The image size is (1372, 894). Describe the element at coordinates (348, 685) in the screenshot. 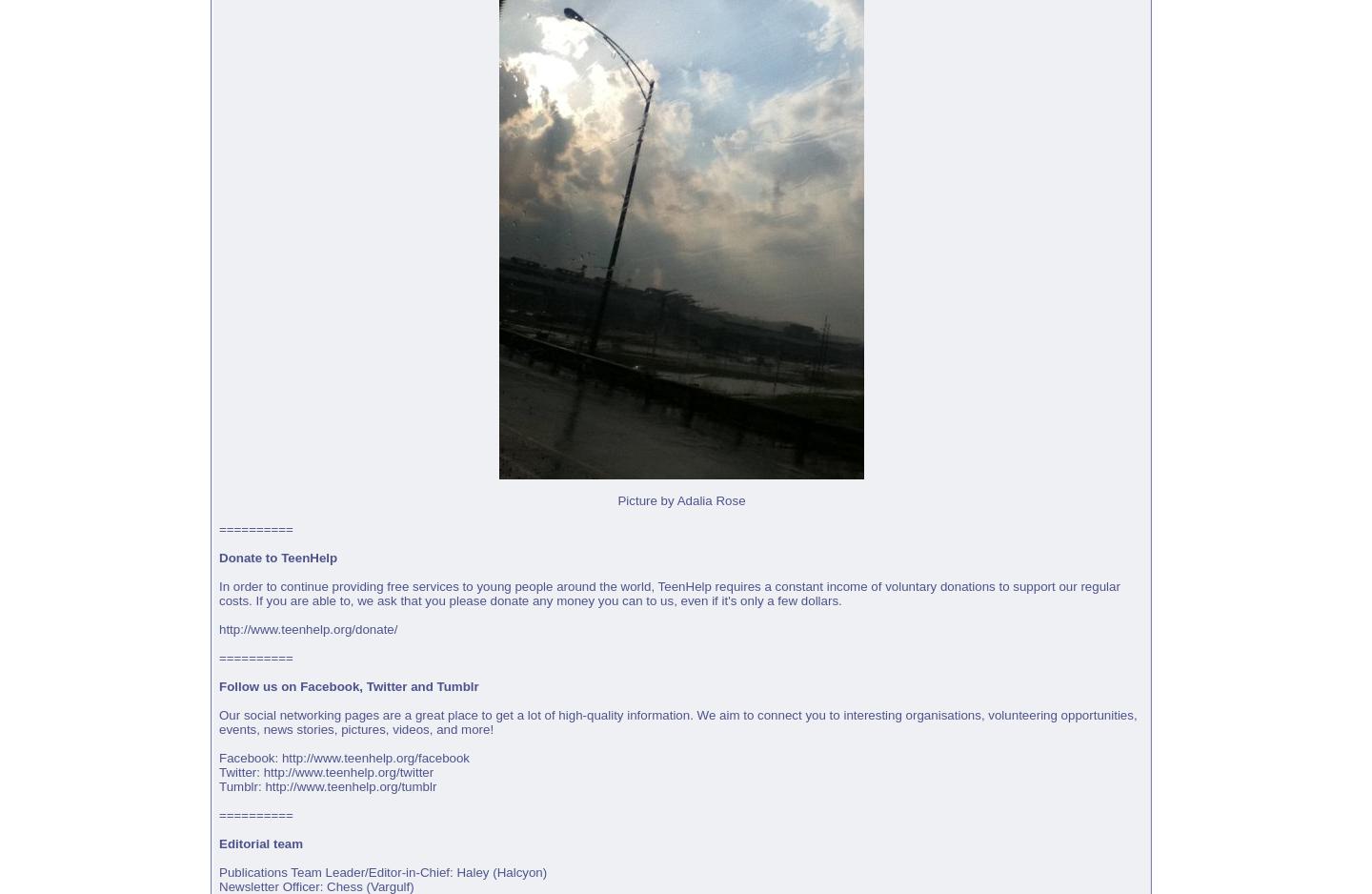

I see `'Follow us on Facebook, Twitter and Tumblr'` at that location.